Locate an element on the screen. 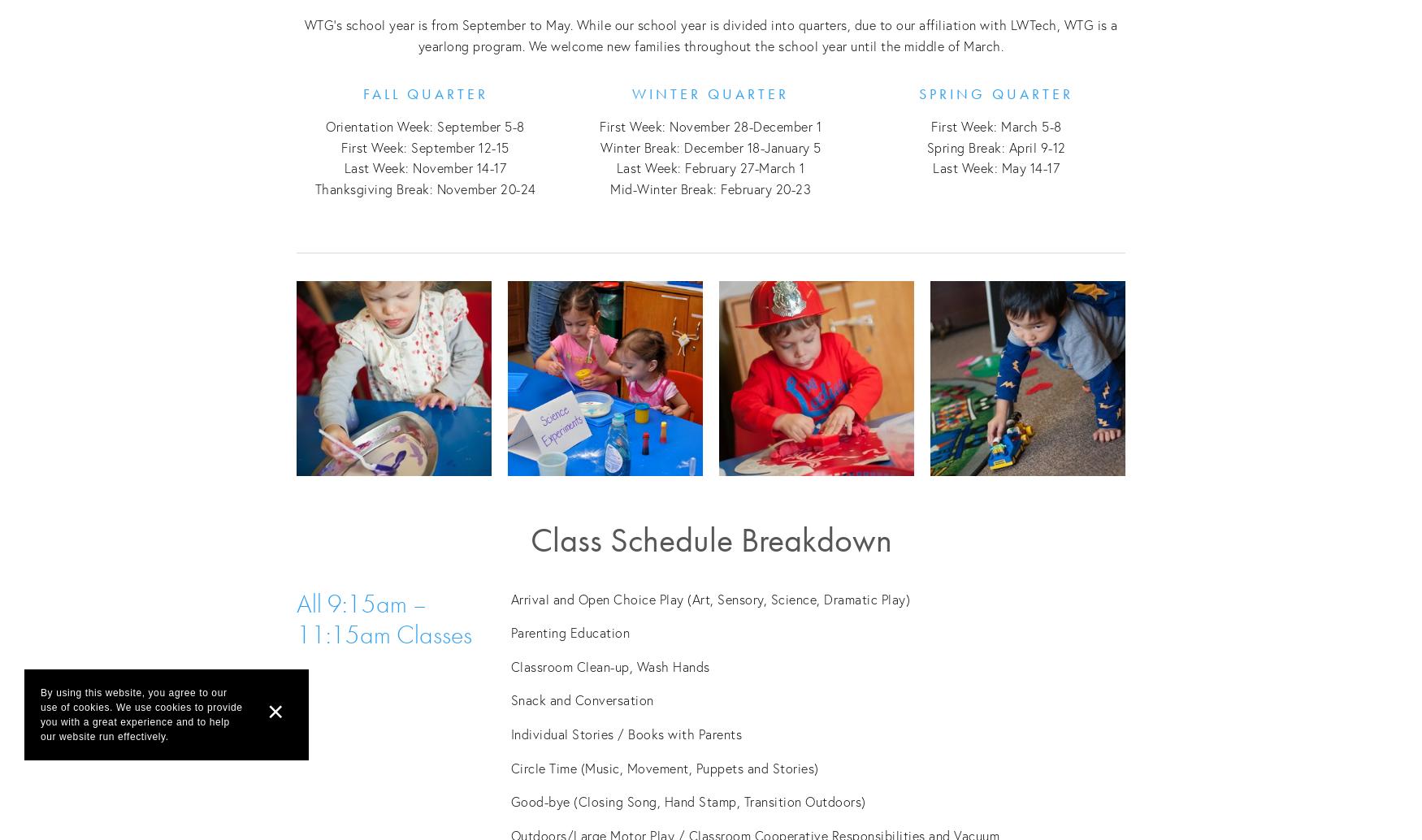 This screenshot has height=840, width=1422. 'Spring Break: April 9-12' is located at coordinates (995, 146).